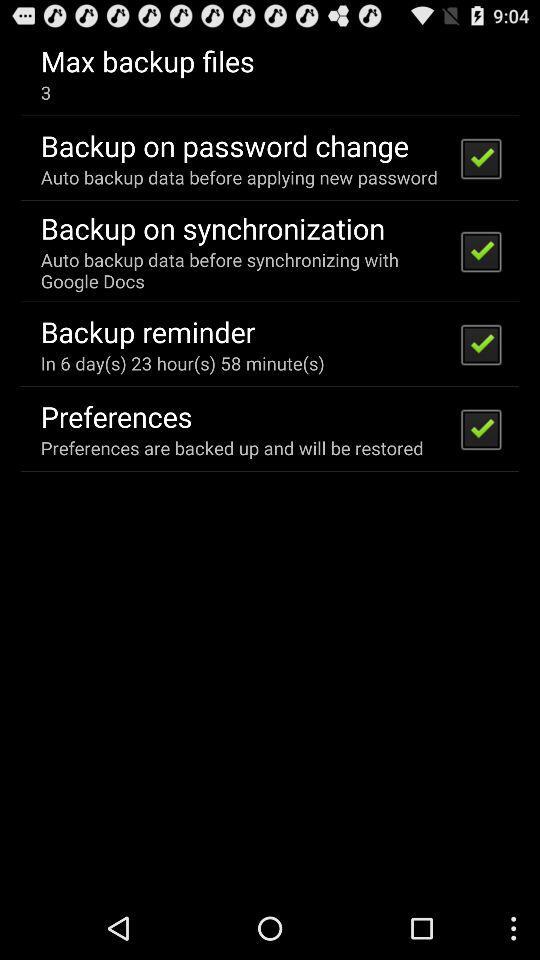  I want to click on backup reminder icon, so click(147, 331).